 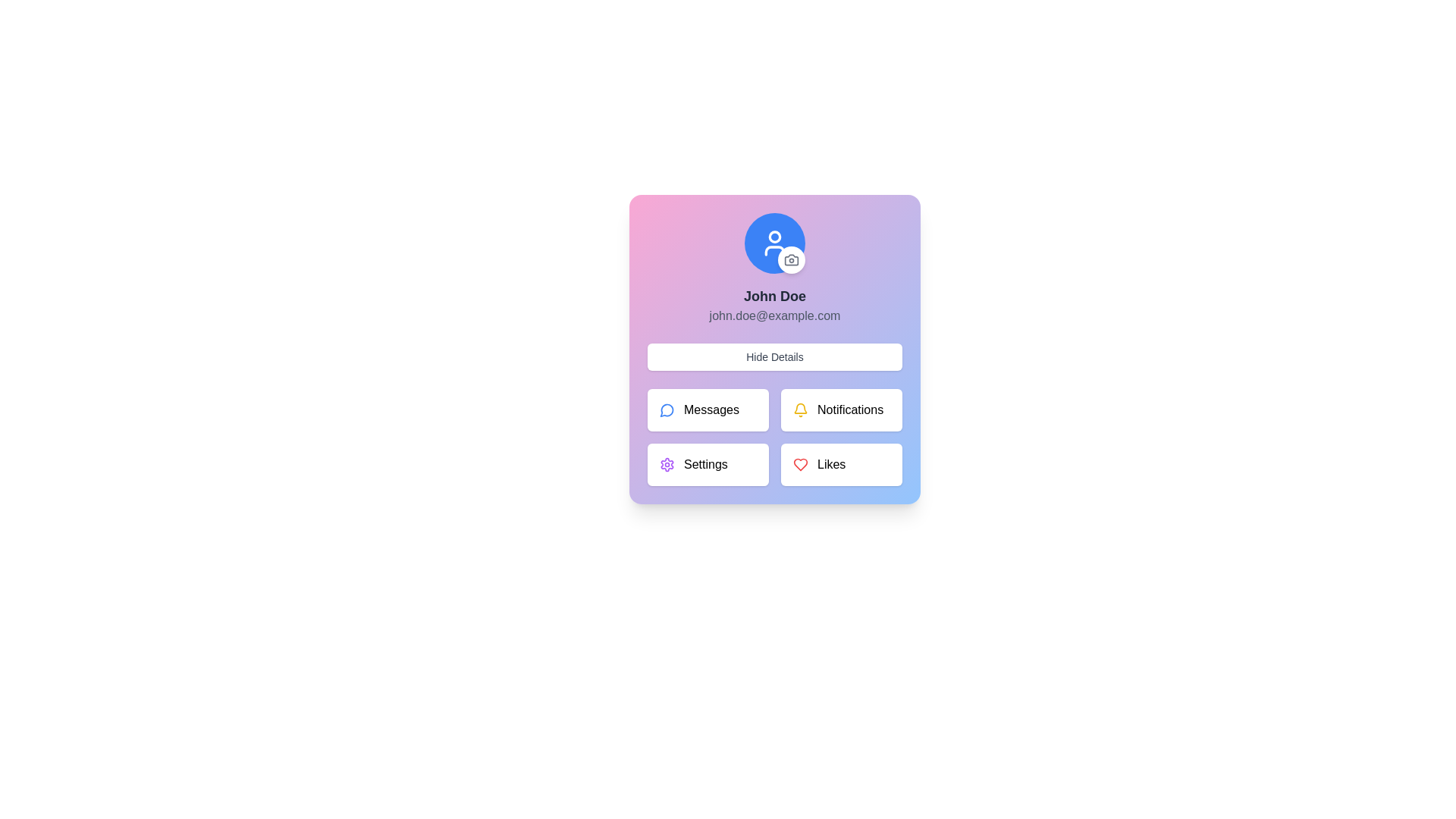 What do you see at coordinates (667, 464) in the screenshot?
I see `the gear-shaped icon button, which represents the settings option, located in the user profile modal` at bounding box center [667, 464].